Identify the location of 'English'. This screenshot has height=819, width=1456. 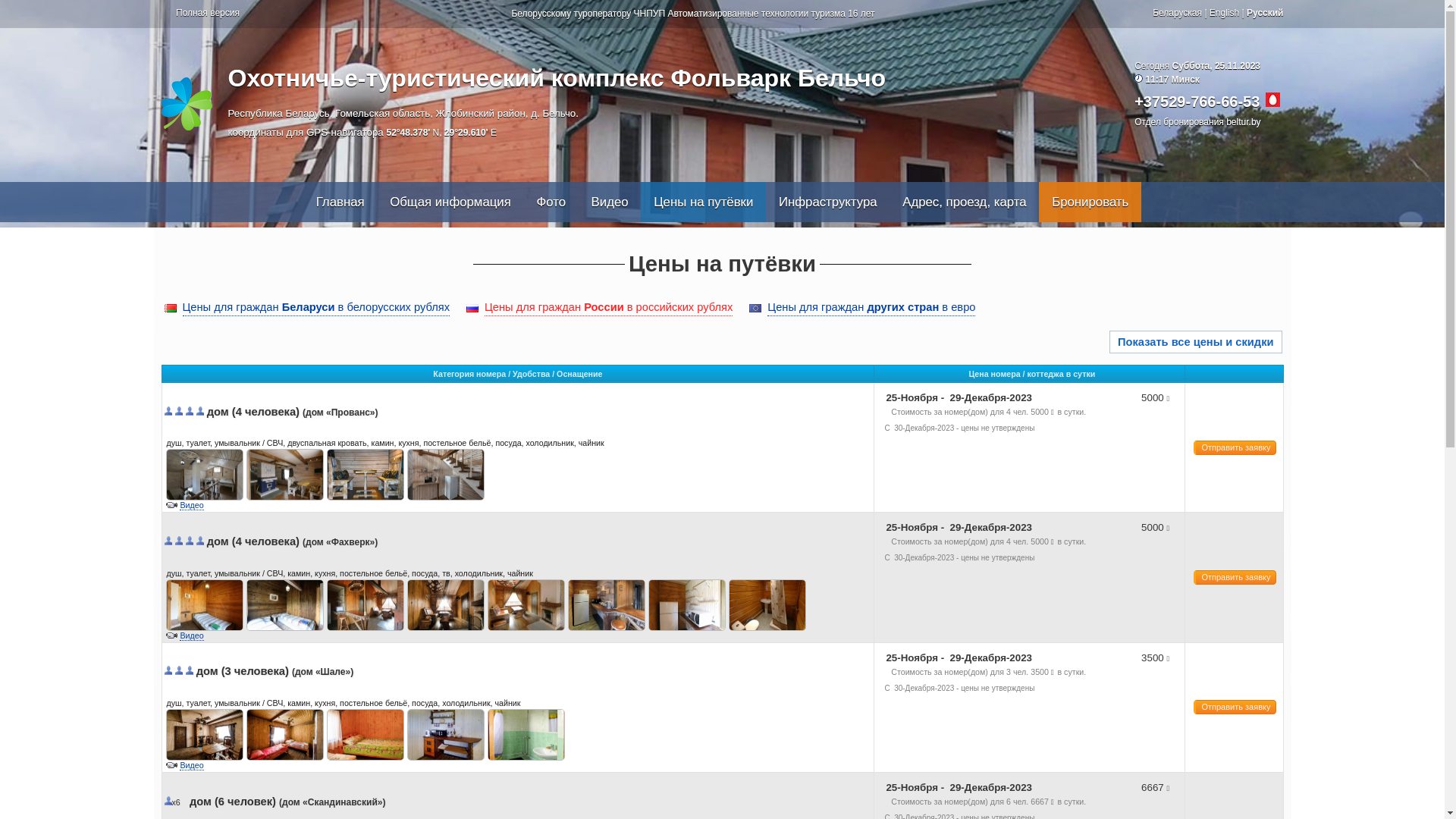
(1208, 12).